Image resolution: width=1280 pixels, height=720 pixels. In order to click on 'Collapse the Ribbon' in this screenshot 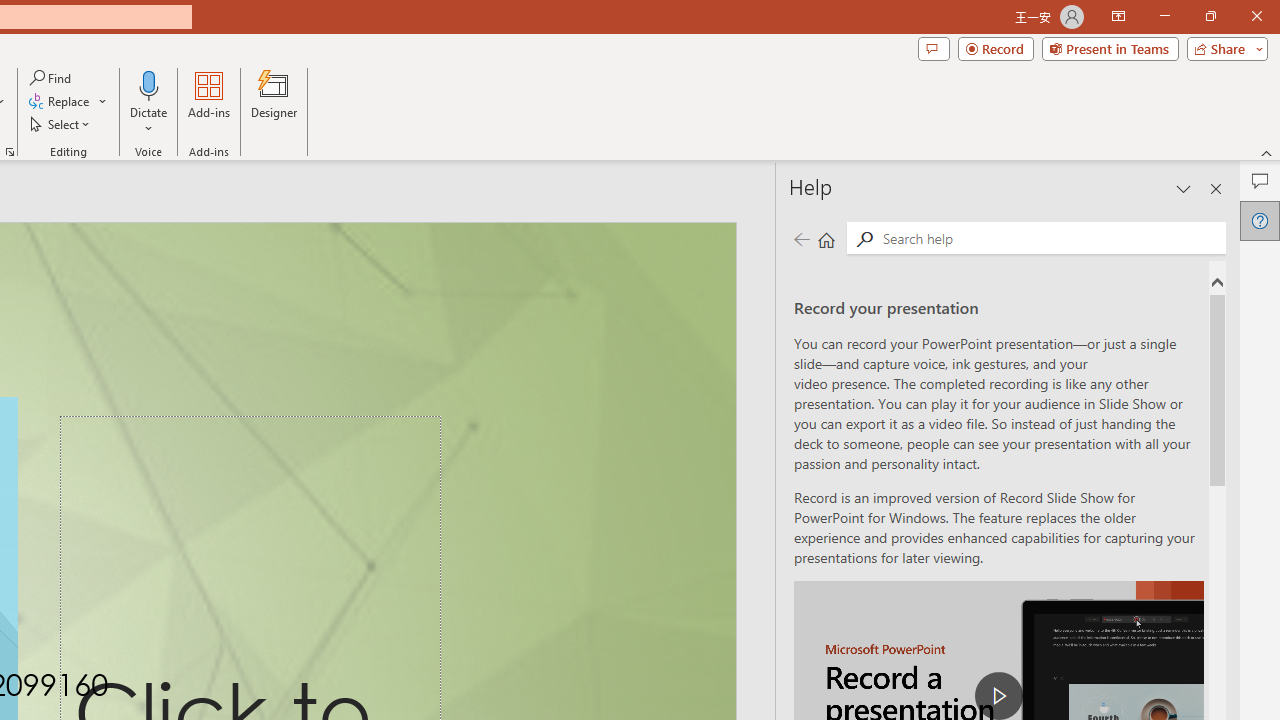, I will do `click(1266, 152)`.